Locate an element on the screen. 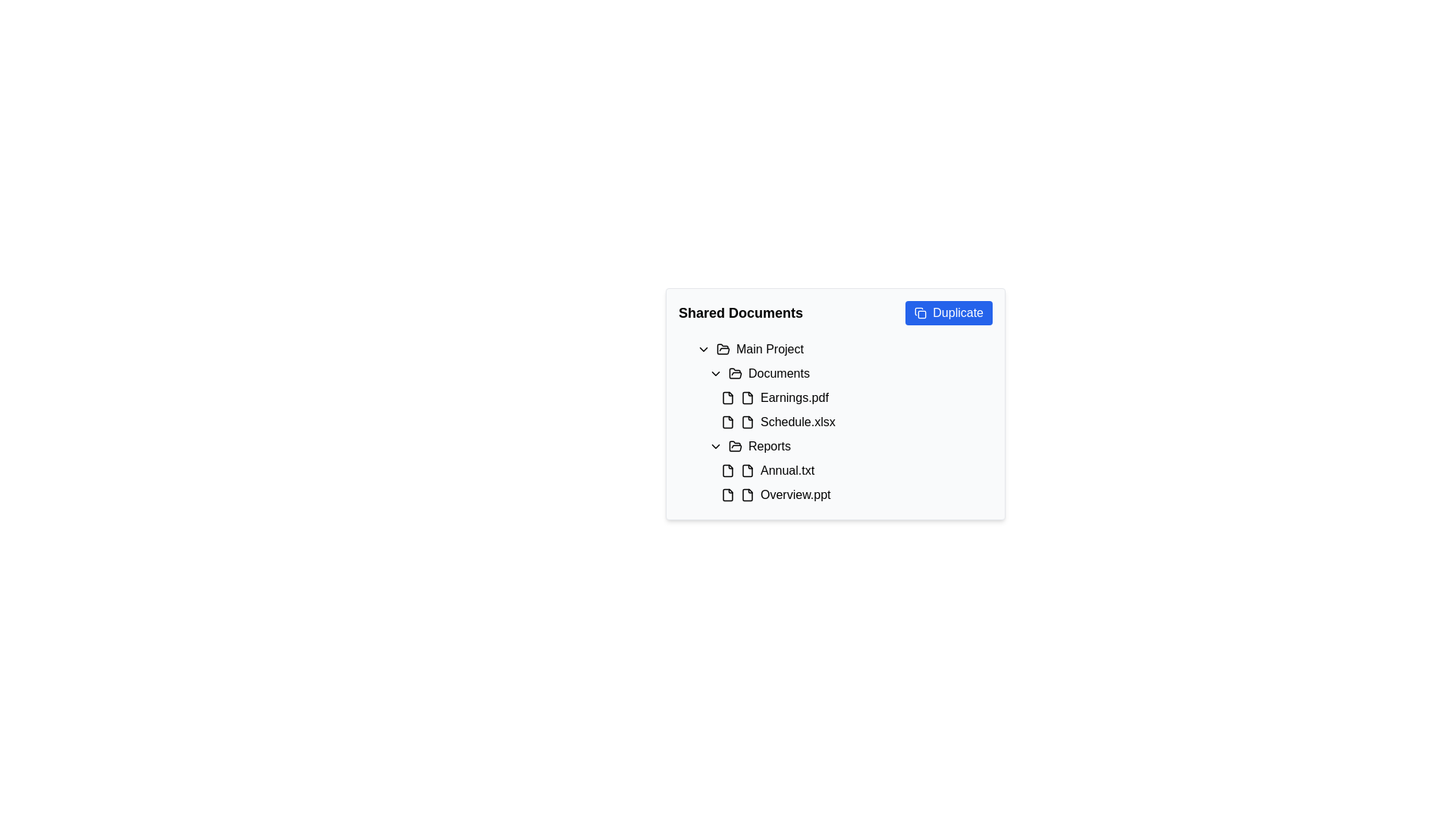 Image resolution: width=1456 pixels, height=819 pixels. the label is located at coordinates (793, 397).